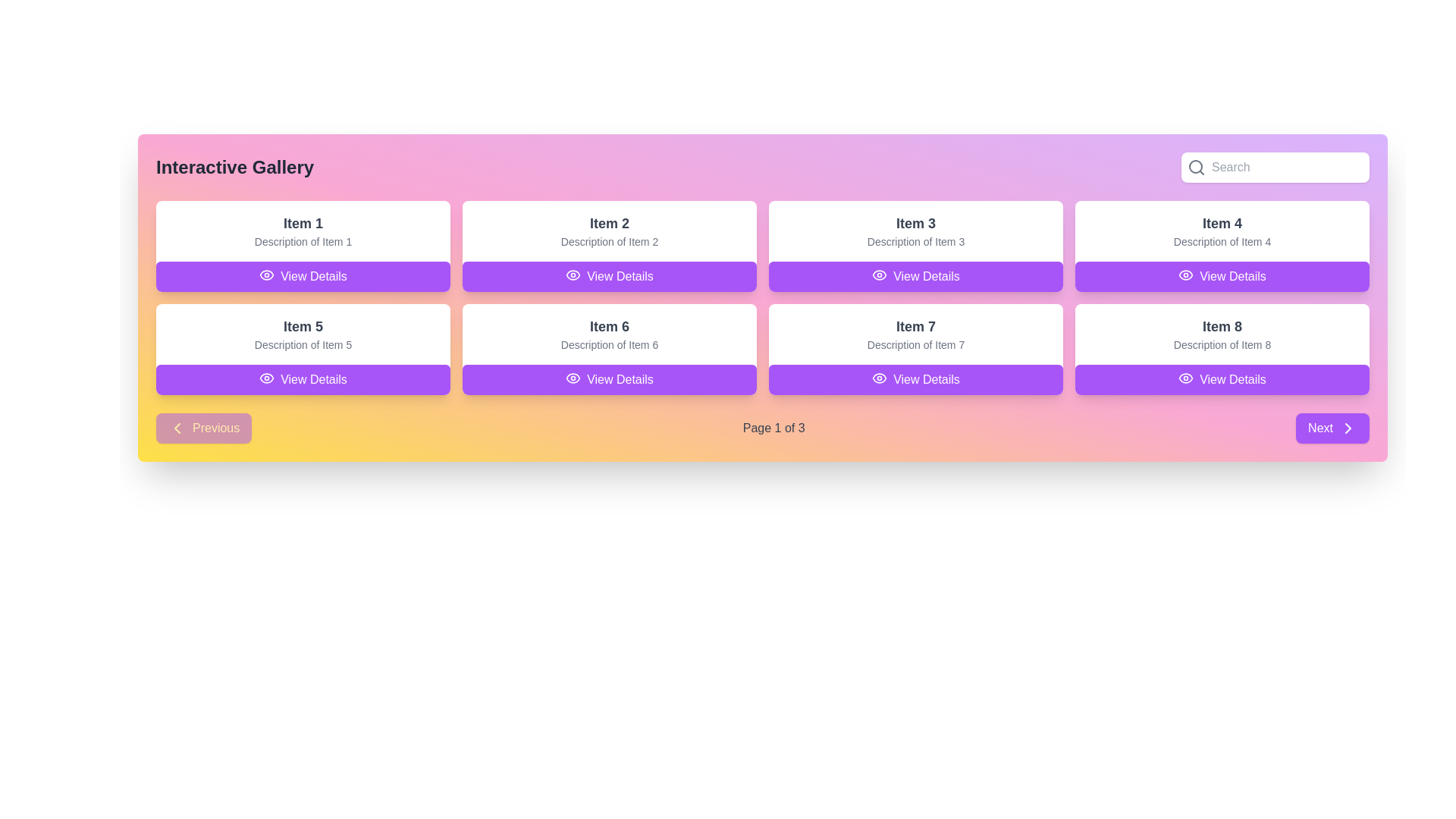 The height and width of the screenshot is (819, 1456). What do you see at coordinates (1196, 167) in the screenshot?
I see `the search icon located at the upper right corner of the interface within the search bar component` at bounding box center [1196, 167].